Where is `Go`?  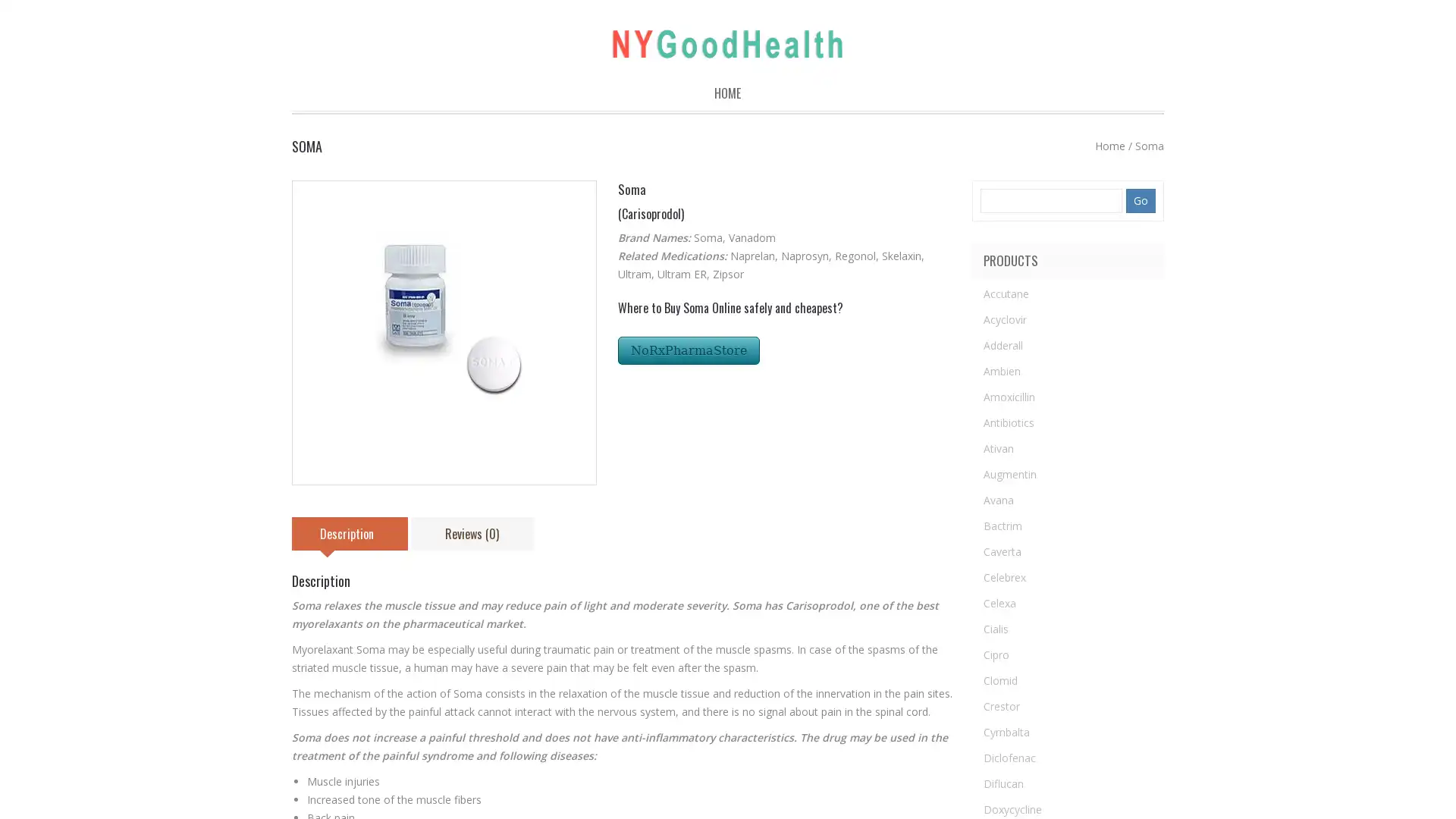 Go is located at coordinates (1141, 200).